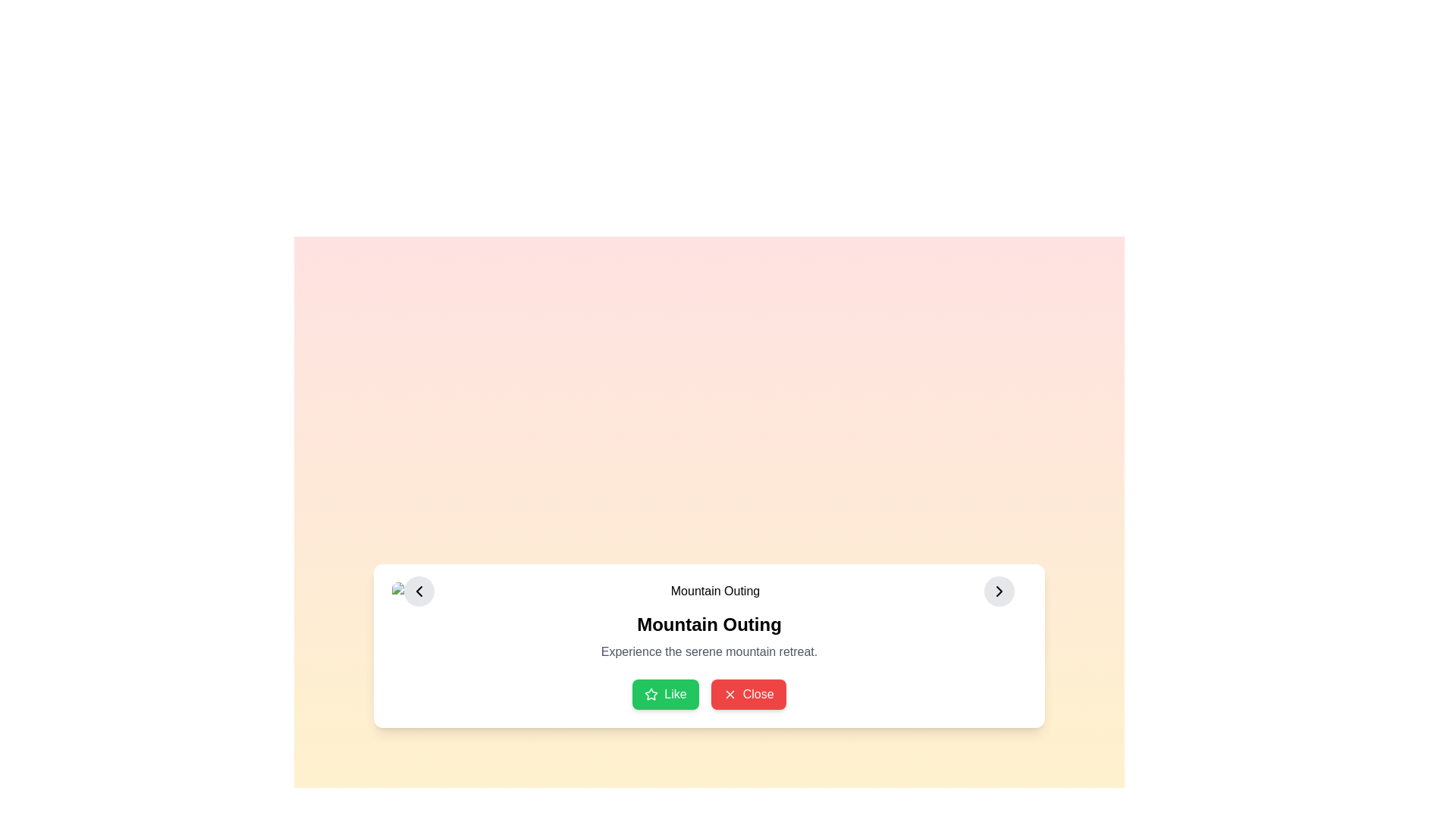 The width and height of the screenshot is (1456, 819). I want to click on bolded title text 'Mountain Outing' displayed prominently at the upper section of the card layout, so click(708, 625).